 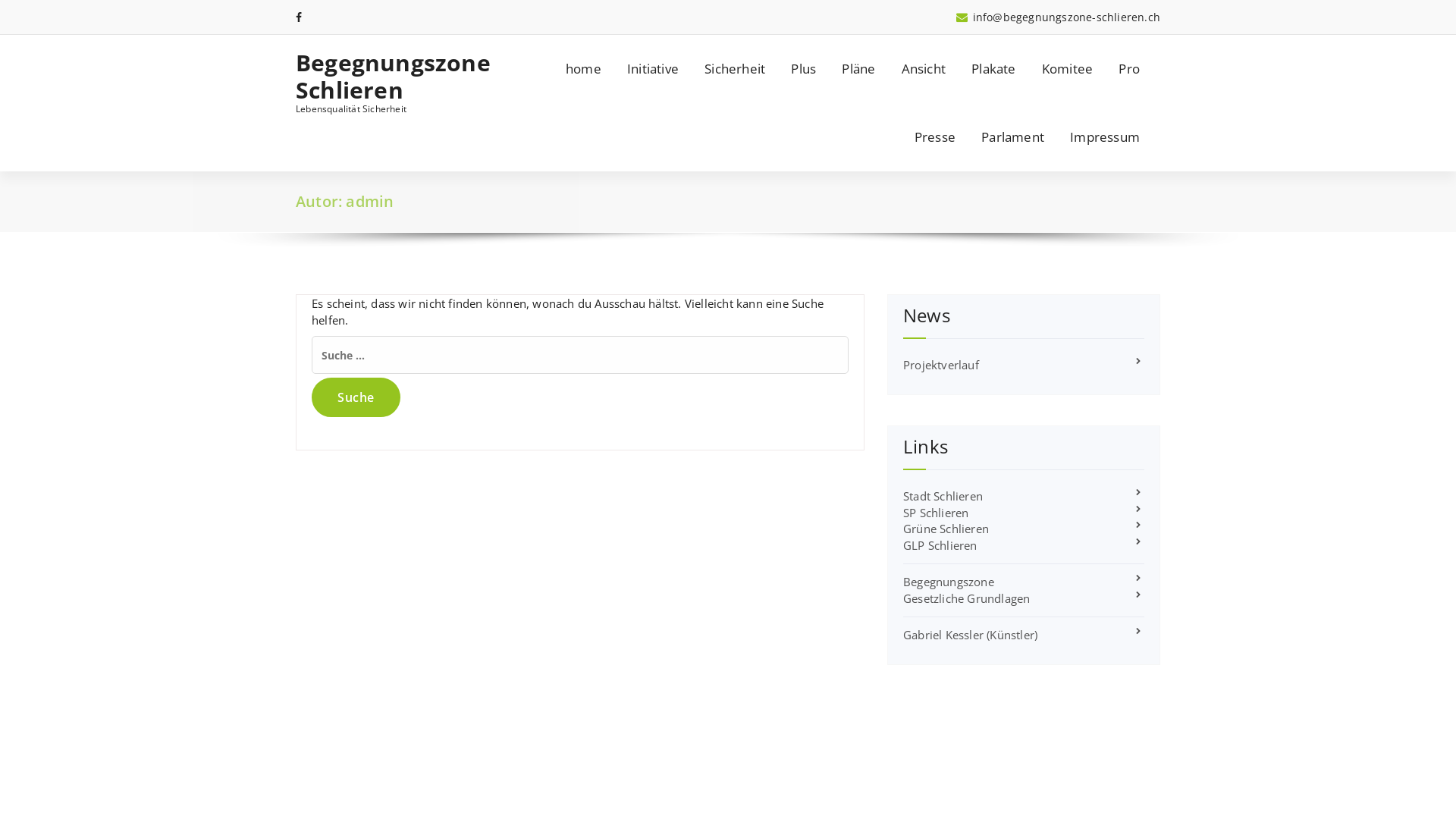 What do you see at coordinates (1106, 69) in the screenshot?
I see `'Pro'` at bounding box center [1106, 69].